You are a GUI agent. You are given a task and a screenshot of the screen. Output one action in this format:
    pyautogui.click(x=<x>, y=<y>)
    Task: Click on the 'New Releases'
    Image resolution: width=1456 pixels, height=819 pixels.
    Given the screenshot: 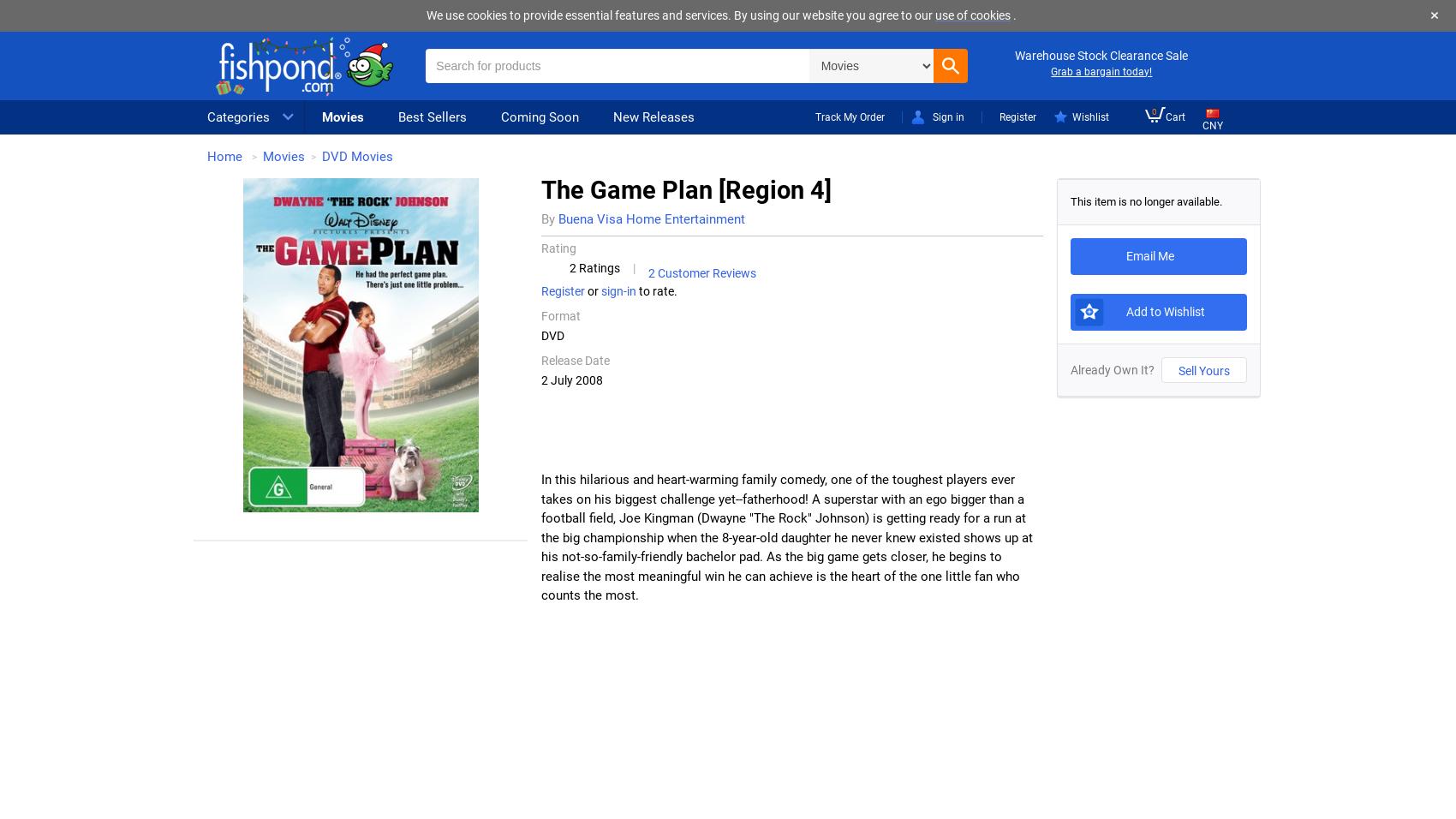 What is the action you would take?
    pyautogui.click(x=653, y=117)
    